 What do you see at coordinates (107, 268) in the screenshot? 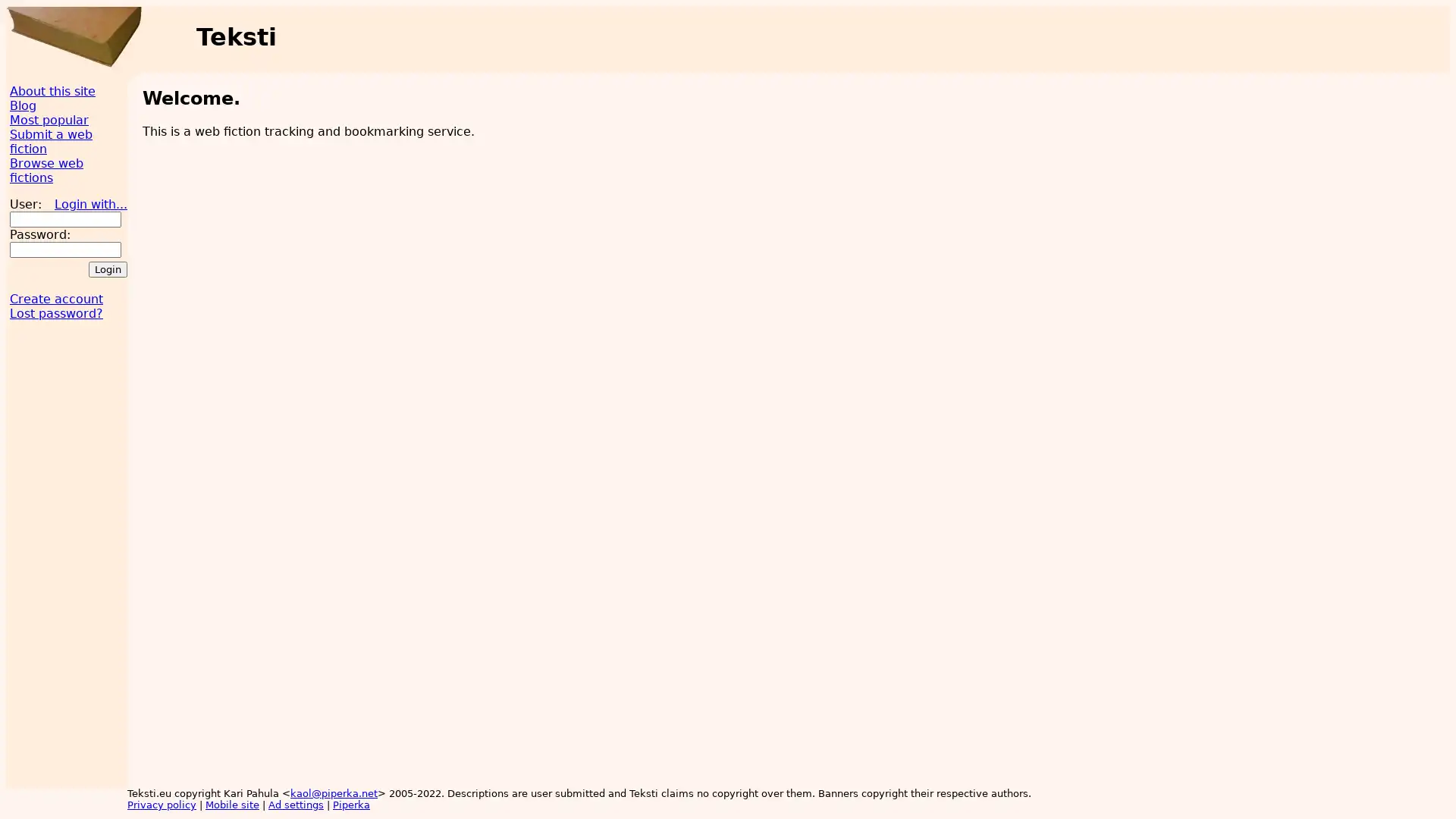
I see `Login` at bounding box center [107, 268].